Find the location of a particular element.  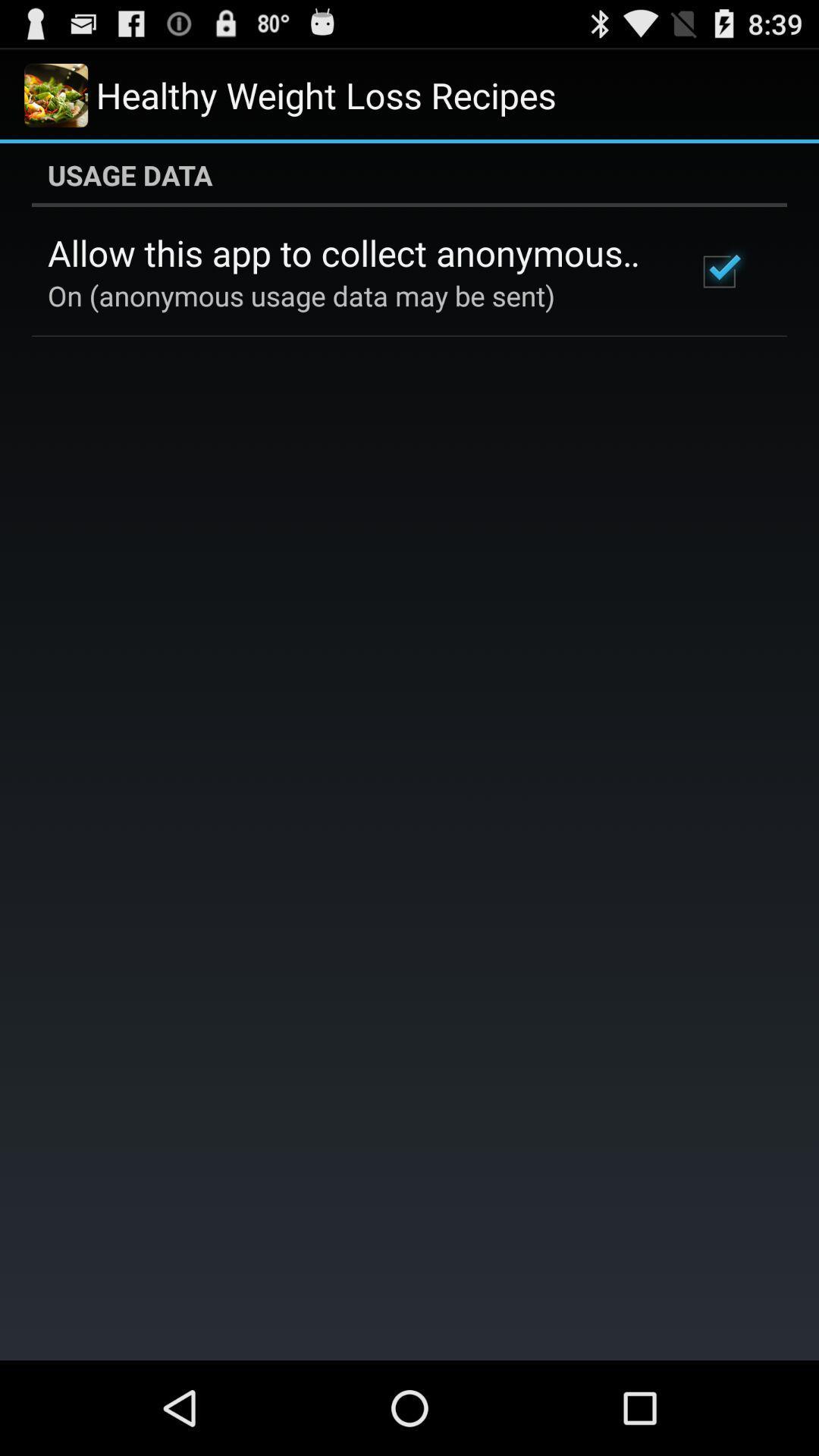

item at the top right corner is located at coordinates (718, 271).